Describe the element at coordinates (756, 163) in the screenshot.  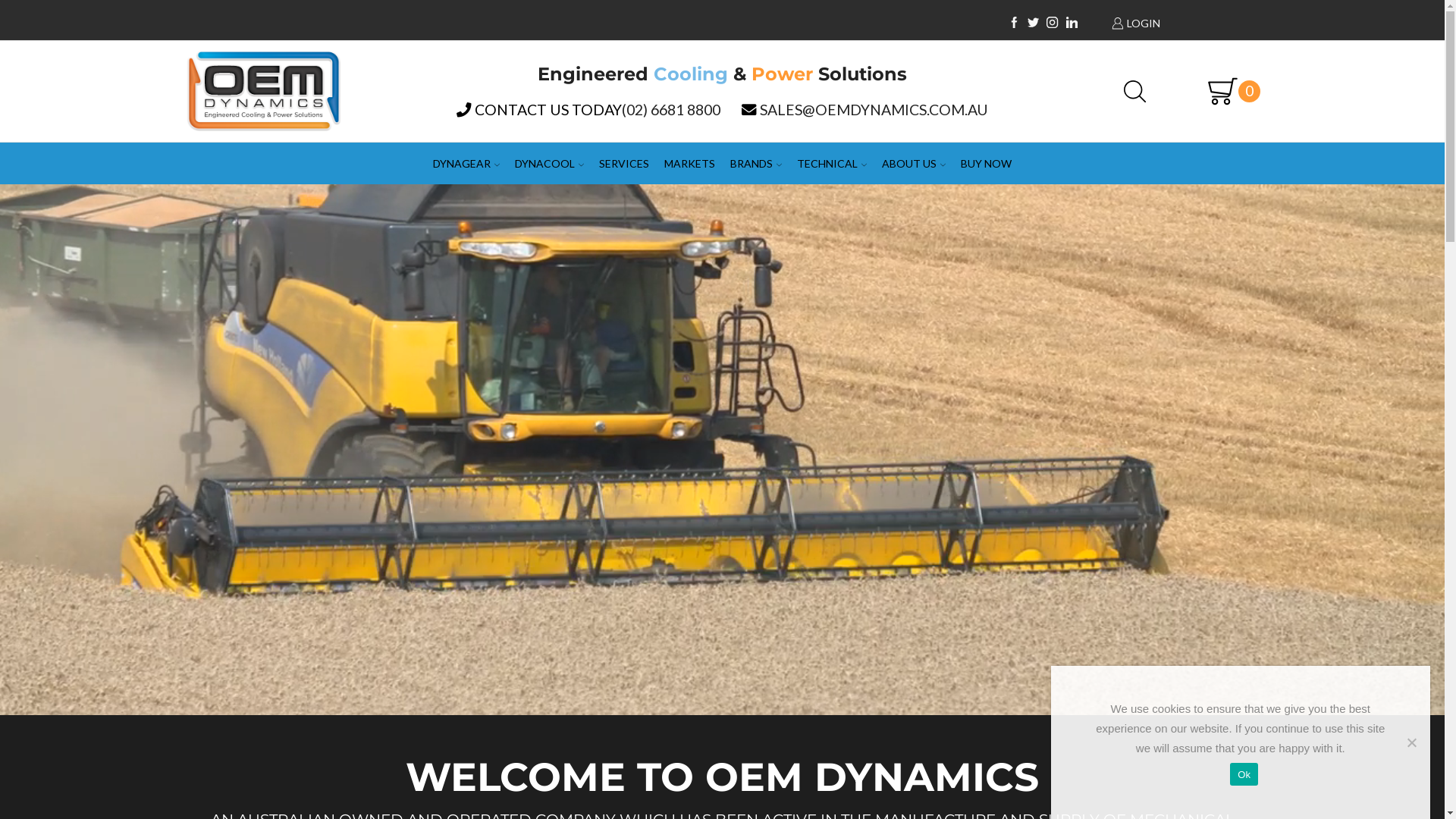
I see `'BRANDS'` at that location.